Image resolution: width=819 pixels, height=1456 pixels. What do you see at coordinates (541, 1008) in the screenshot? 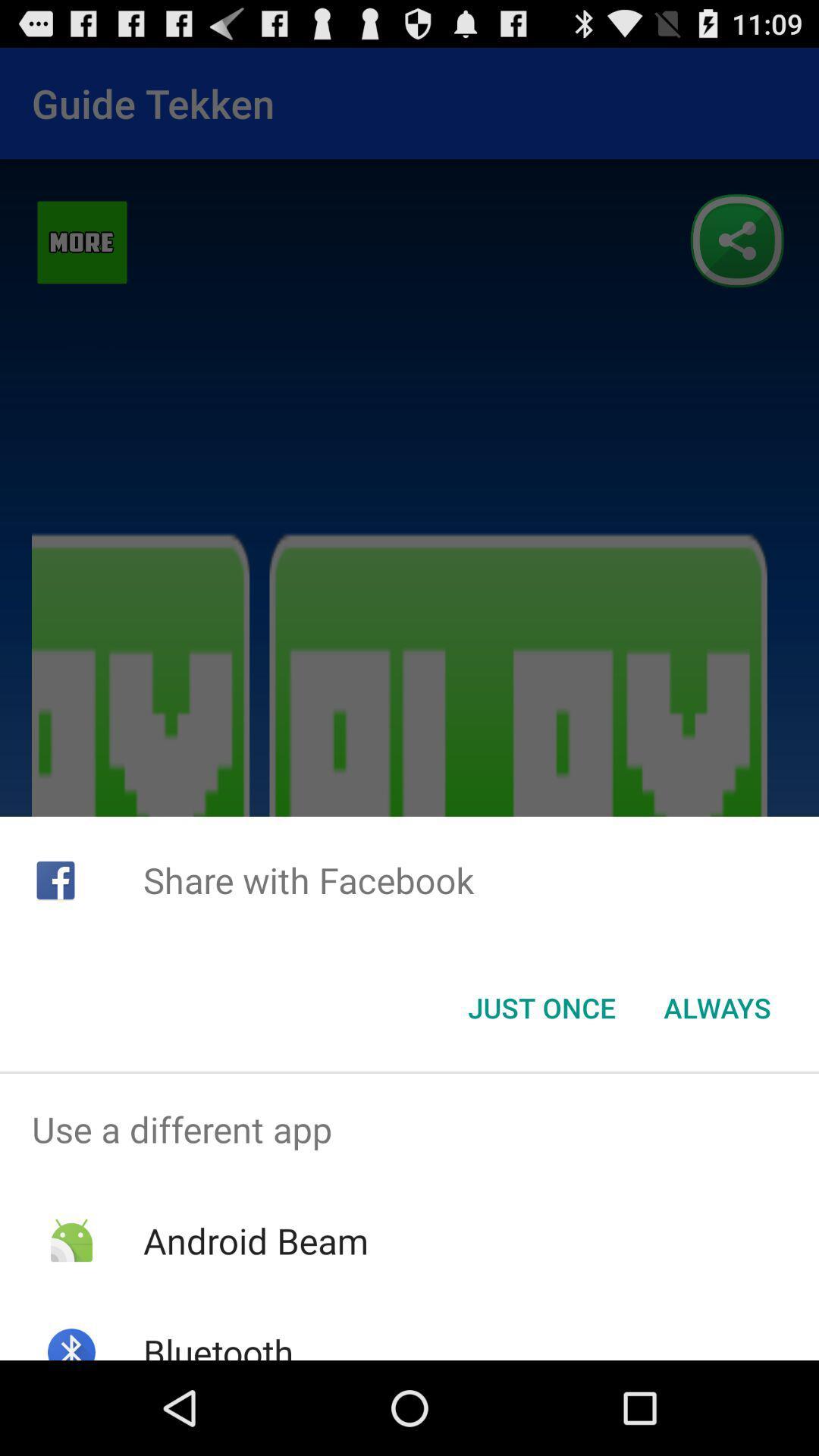
I see `the icon below the share with facebook item` at bounding box center [541, 1008].